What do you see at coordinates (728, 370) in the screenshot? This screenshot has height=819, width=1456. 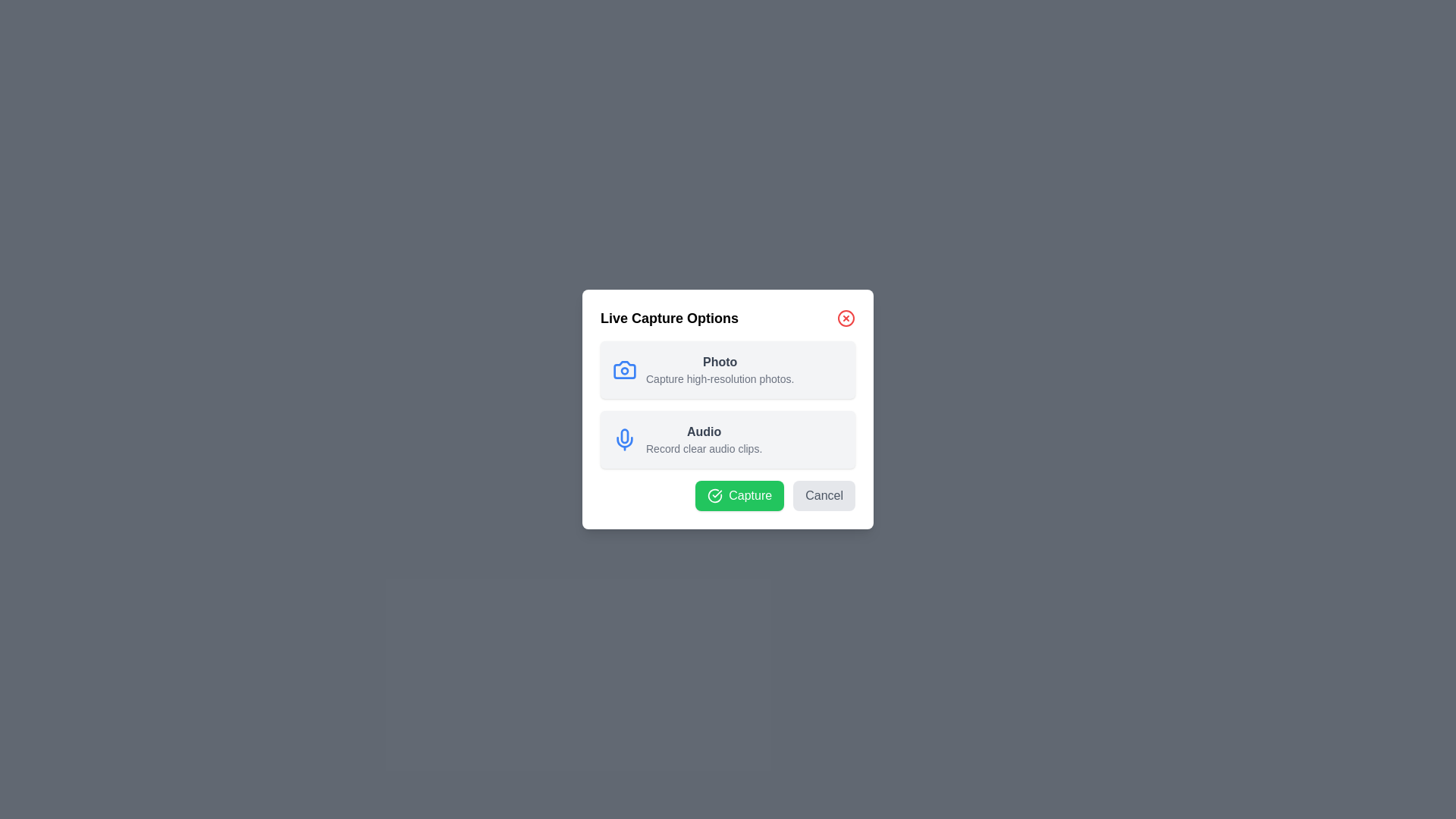 I see `the capture mode Photo` at bounding box center [728, 370].